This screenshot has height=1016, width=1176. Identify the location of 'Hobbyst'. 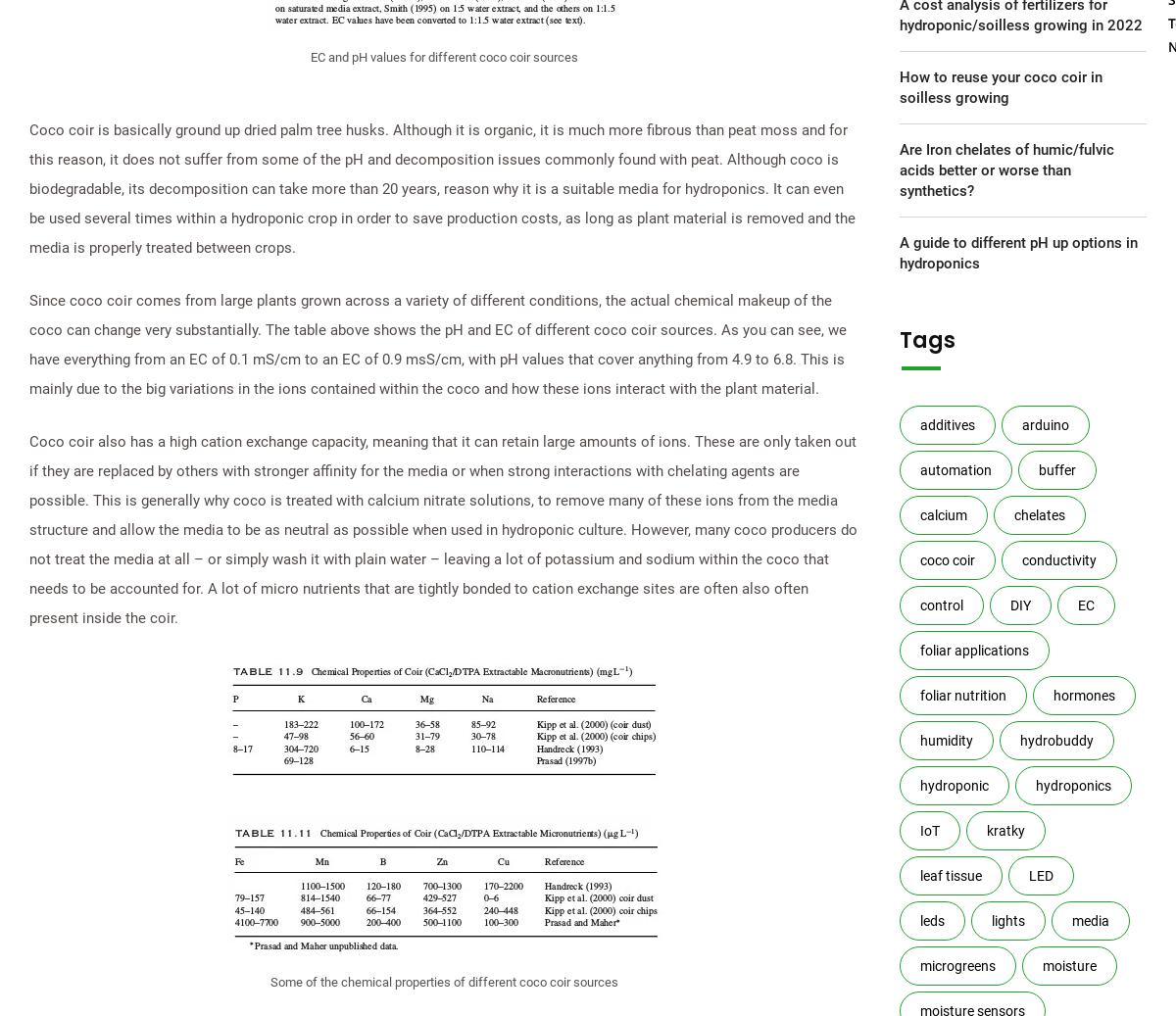
(967, 202).